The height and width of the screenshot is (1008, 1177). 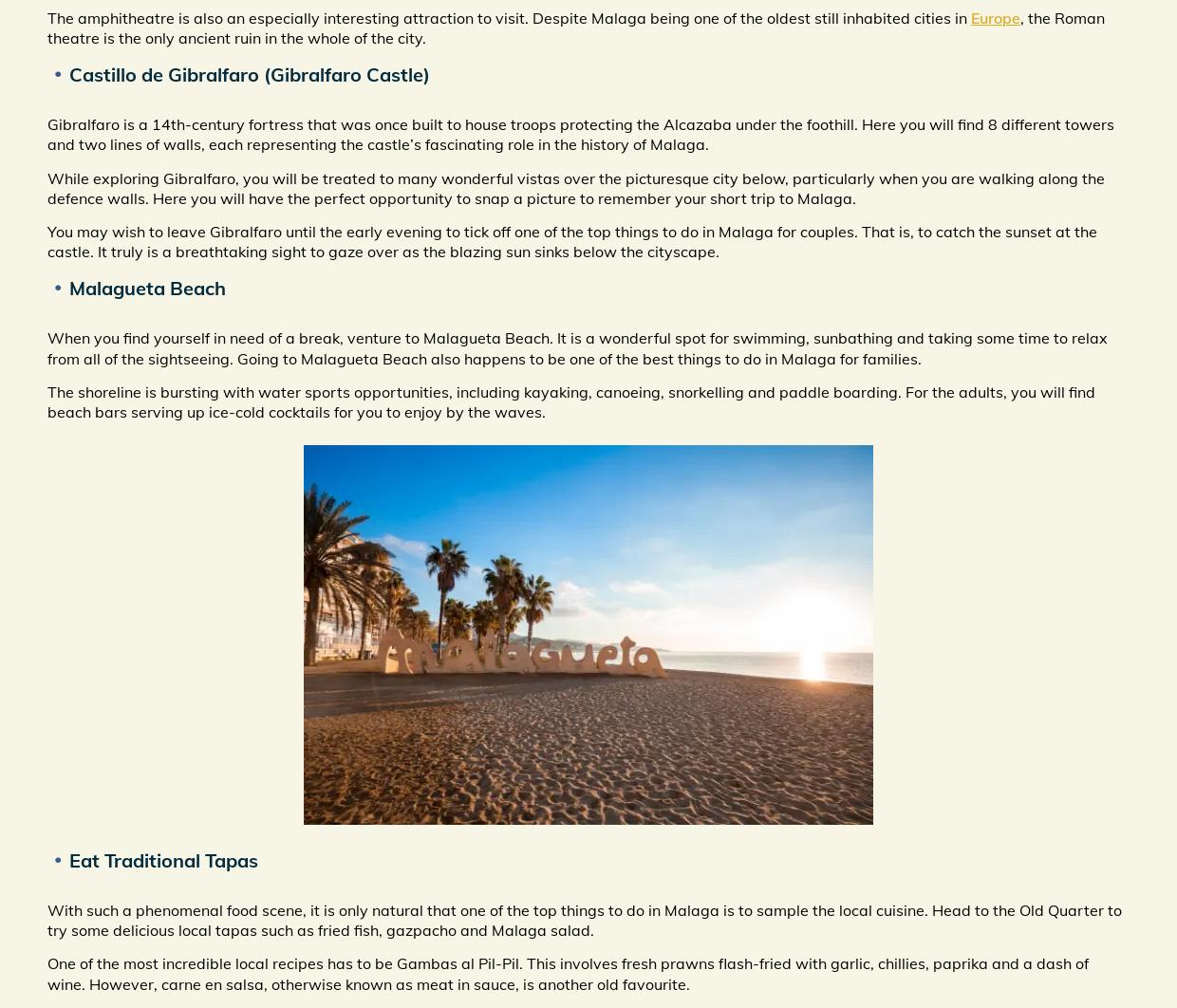 What do you see at coordinates (46, 918) in the screenshot?
I see `'With such a phenomenal food scene, it is only natural that one of the top things to do in Malaga is to sample the local cuisine. Head to the Old Quarter to try some delicious local tapas such as fried fish, gazpacho and Malaga salad.'` at bounding box center [46, 918].